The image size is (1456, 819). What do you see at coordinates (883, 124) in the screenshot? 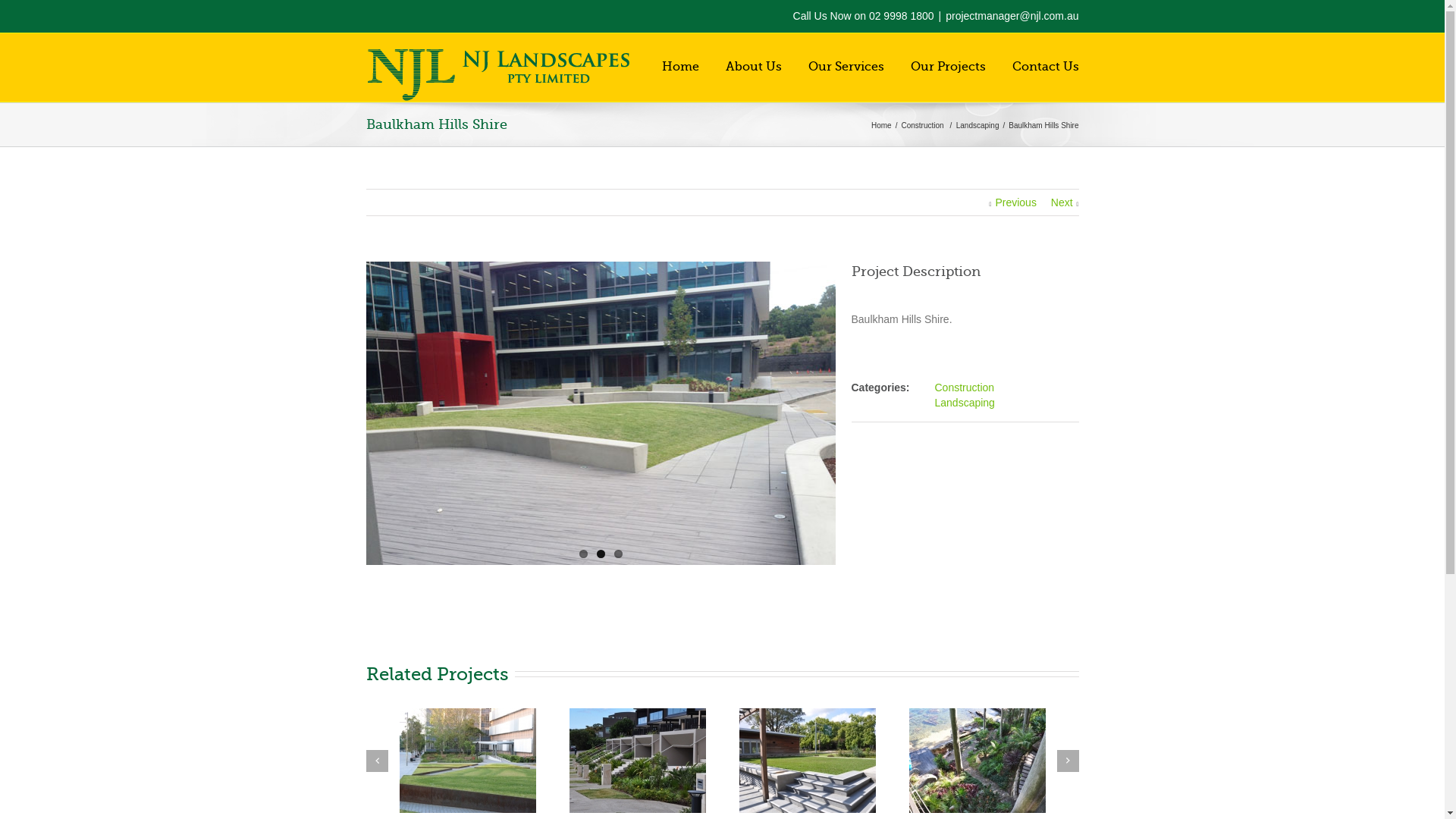
I see `'Home'` at bounding box center [883, 124].